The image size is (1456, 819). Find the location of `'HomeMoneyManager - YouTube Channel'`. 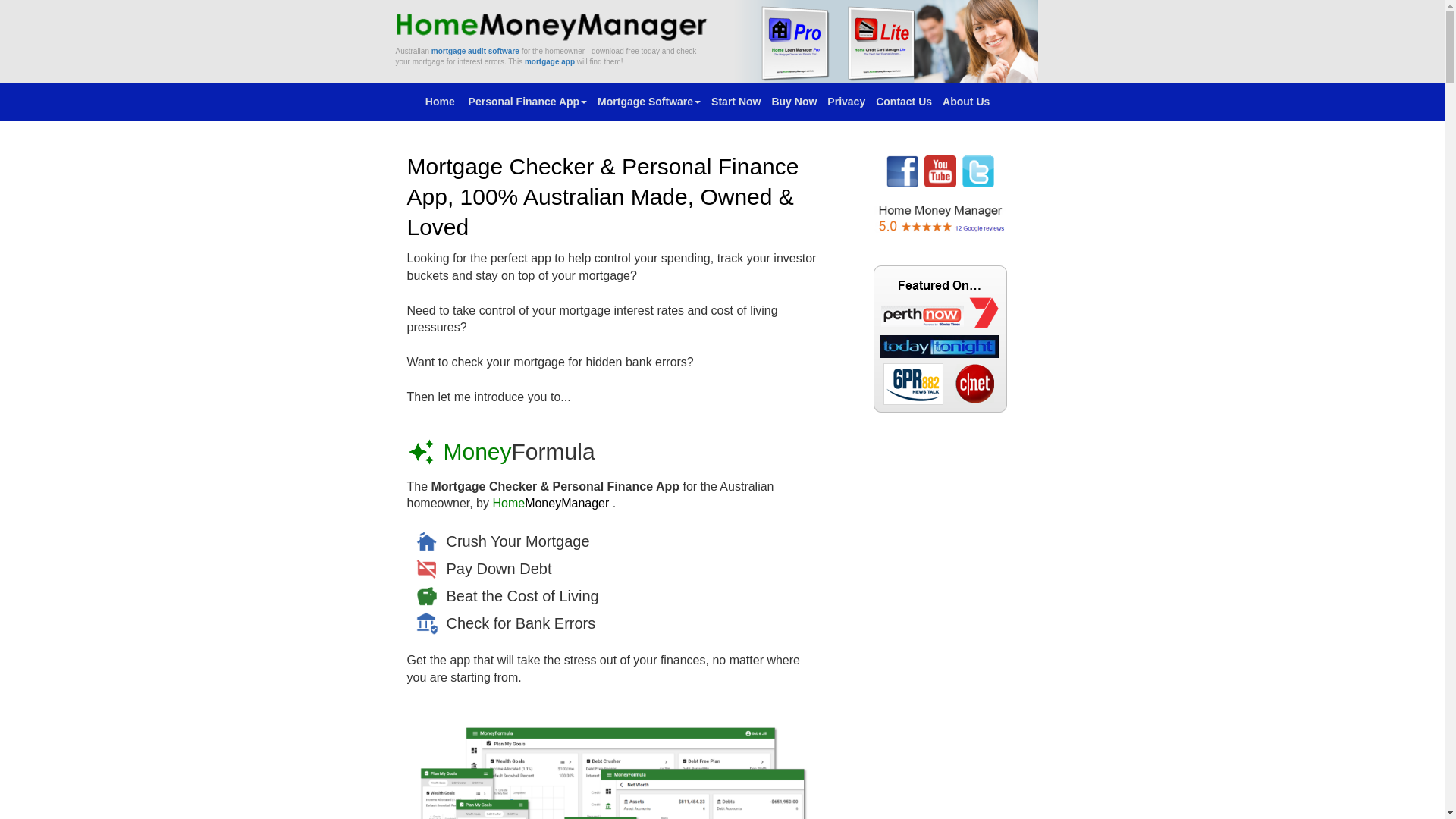

'HomeMoneyManager - YouTube Channel' is located at coordinates (939, 171).